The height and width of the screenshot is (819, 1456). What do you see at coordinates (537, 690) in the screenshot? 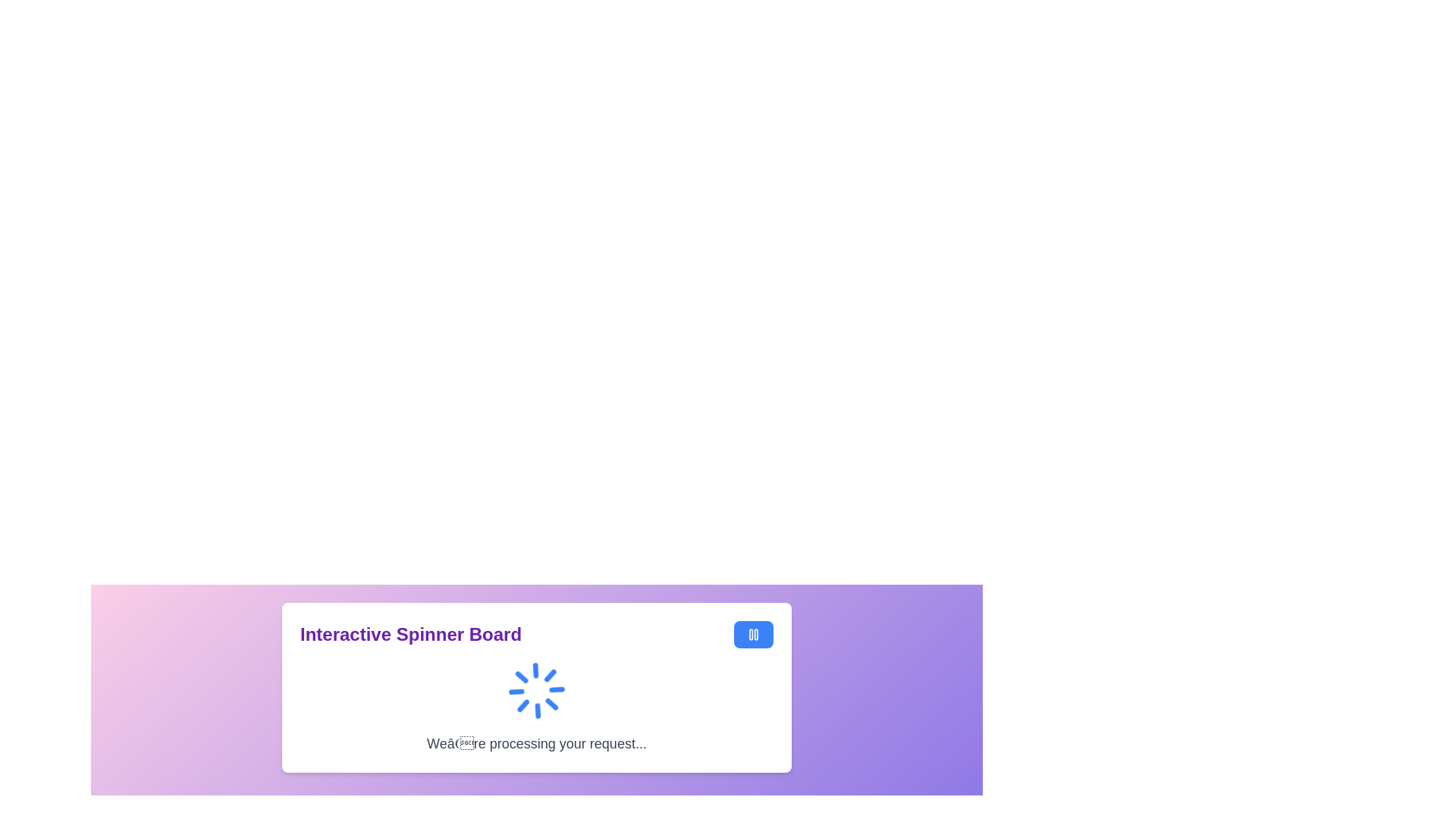
I see `the loading spinner located in the center of the card labeled 'Interactive Spinner Board' to determine if the process is still ongoing` at bounding box center [537, 690].